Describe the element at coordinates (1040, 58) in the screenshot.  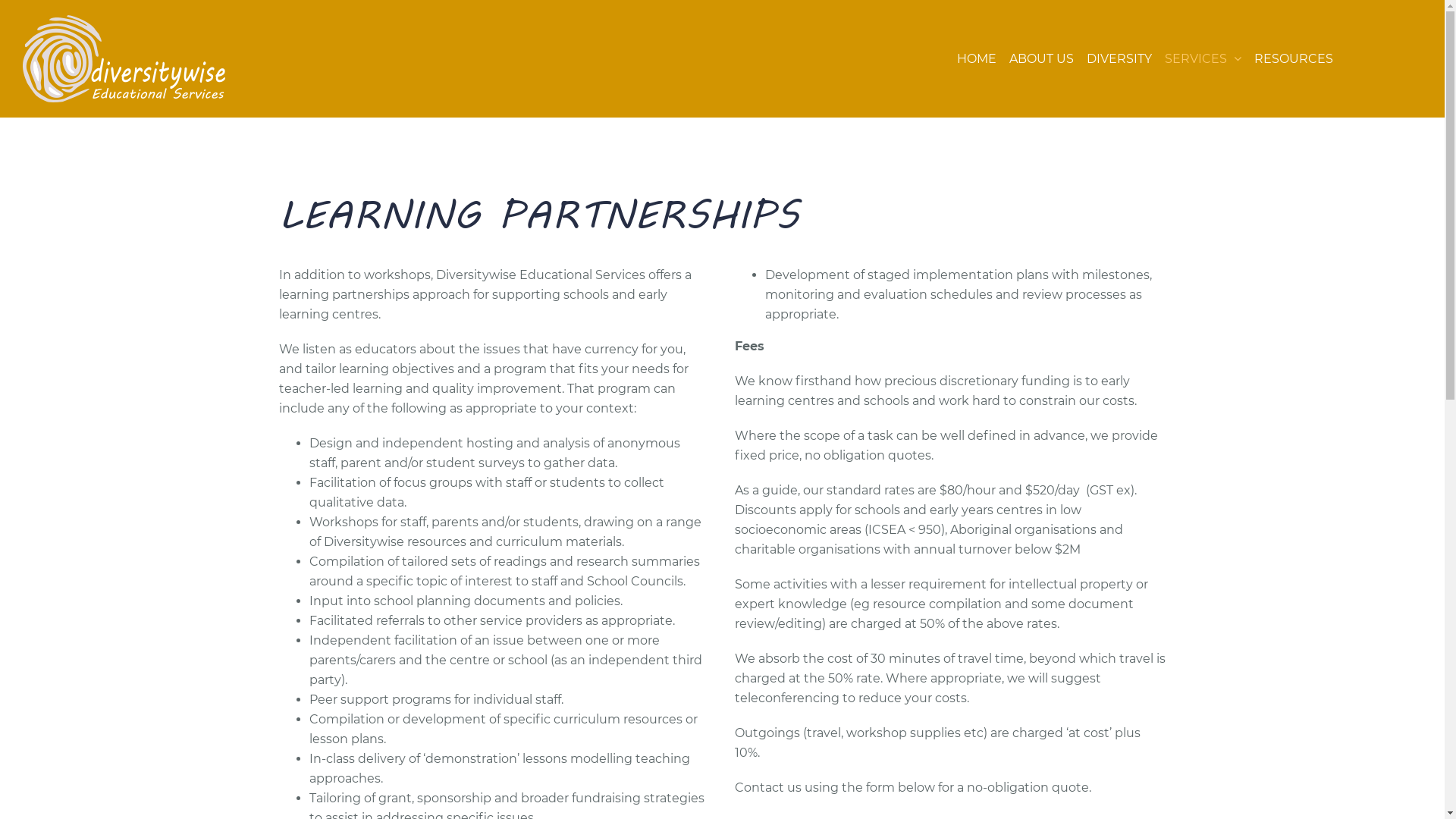
I see `'ABOUT US'` at that location.